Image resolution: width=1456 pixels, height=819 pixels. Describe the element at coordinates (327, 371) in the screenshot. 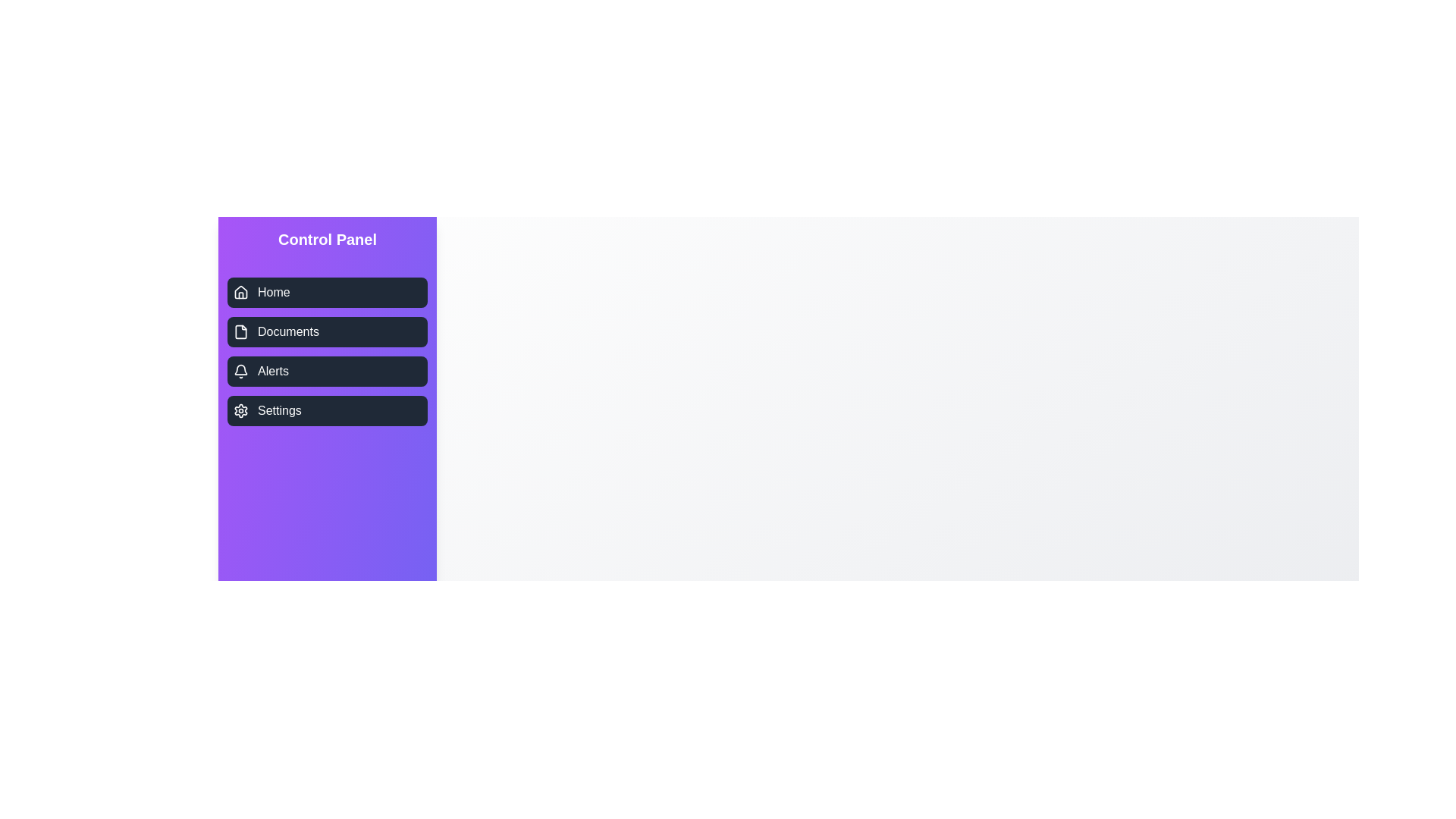

I see `the navigation item Alerts to view its hover effect` at that location.